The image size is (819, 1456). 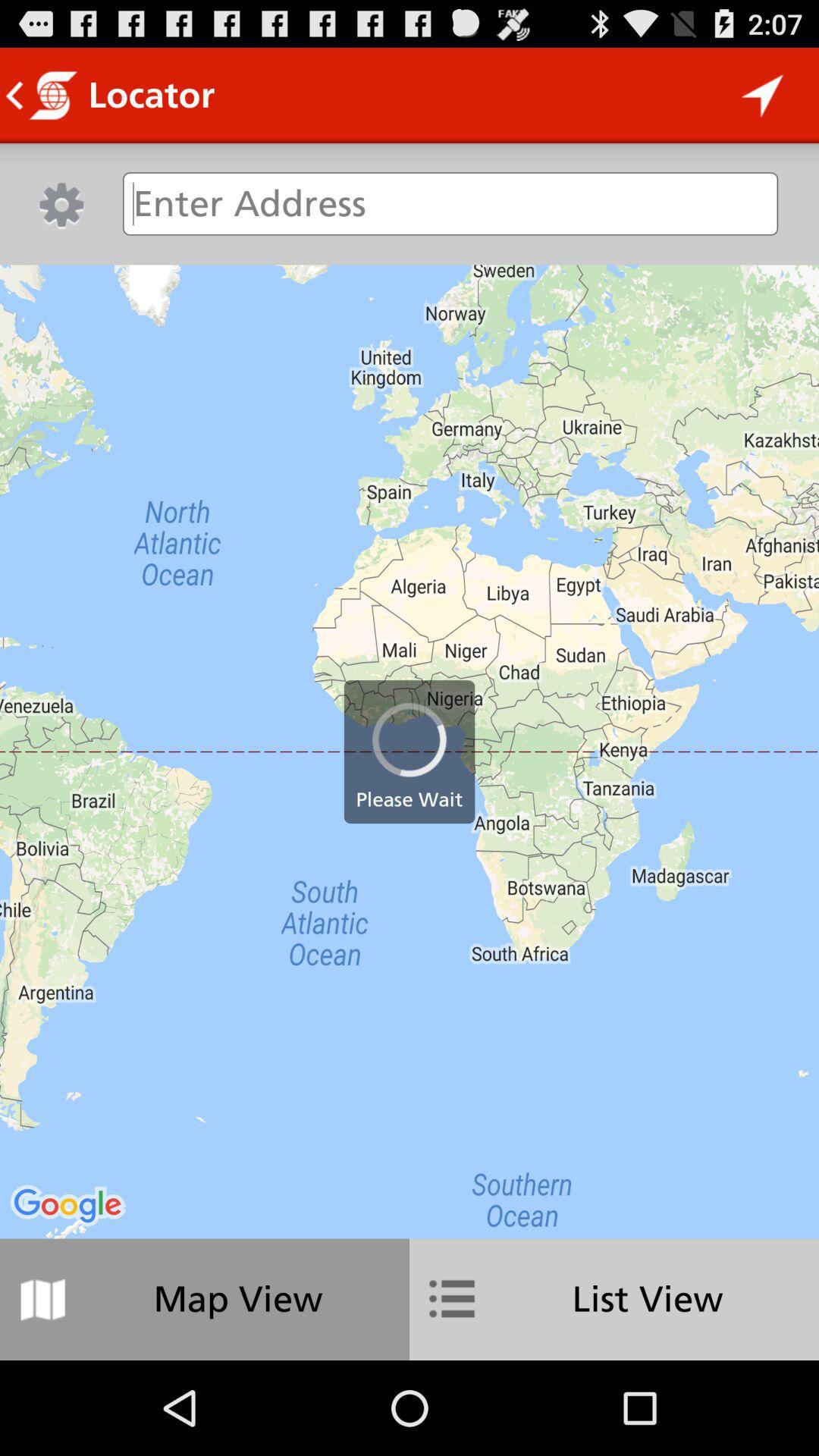 What do you see at coordinates (205, 1298) in the screenshot?
I see `the item next to the list view icon` at bounding box center [205, 1298].